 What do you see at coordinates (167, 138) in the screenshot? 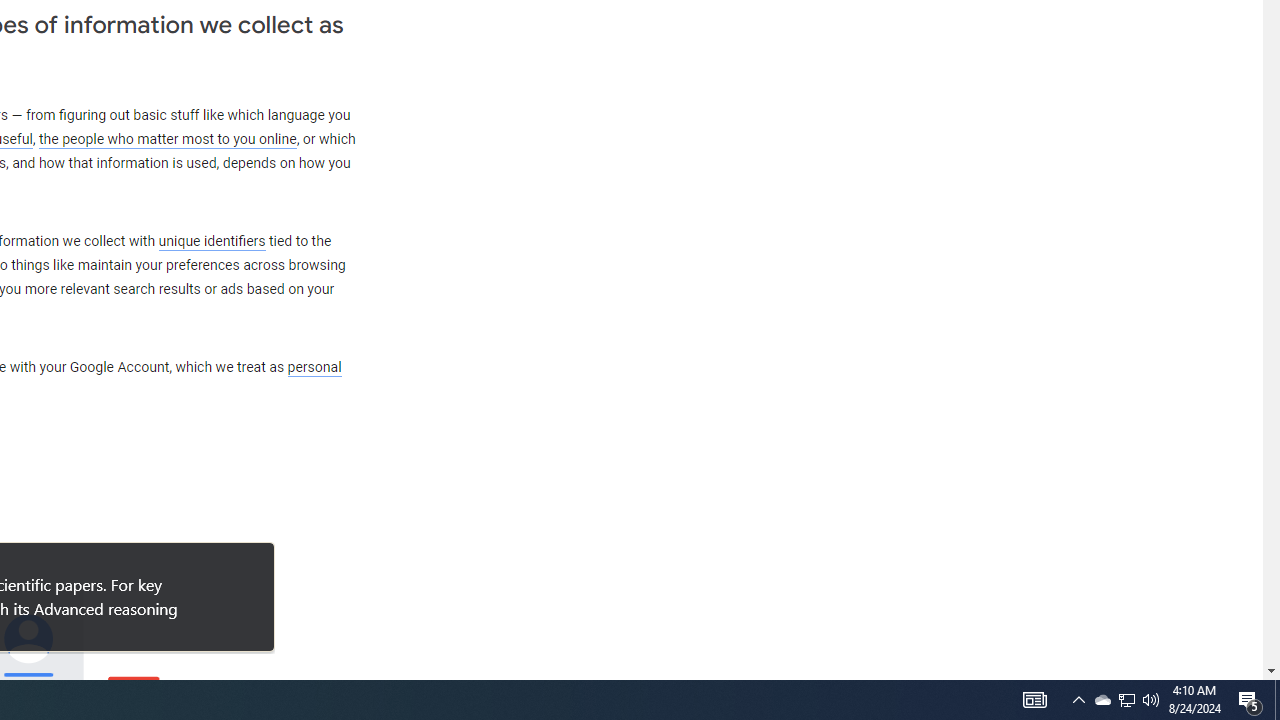
I see `'the people who matter most to you online'` at bounding box center [167, 138].